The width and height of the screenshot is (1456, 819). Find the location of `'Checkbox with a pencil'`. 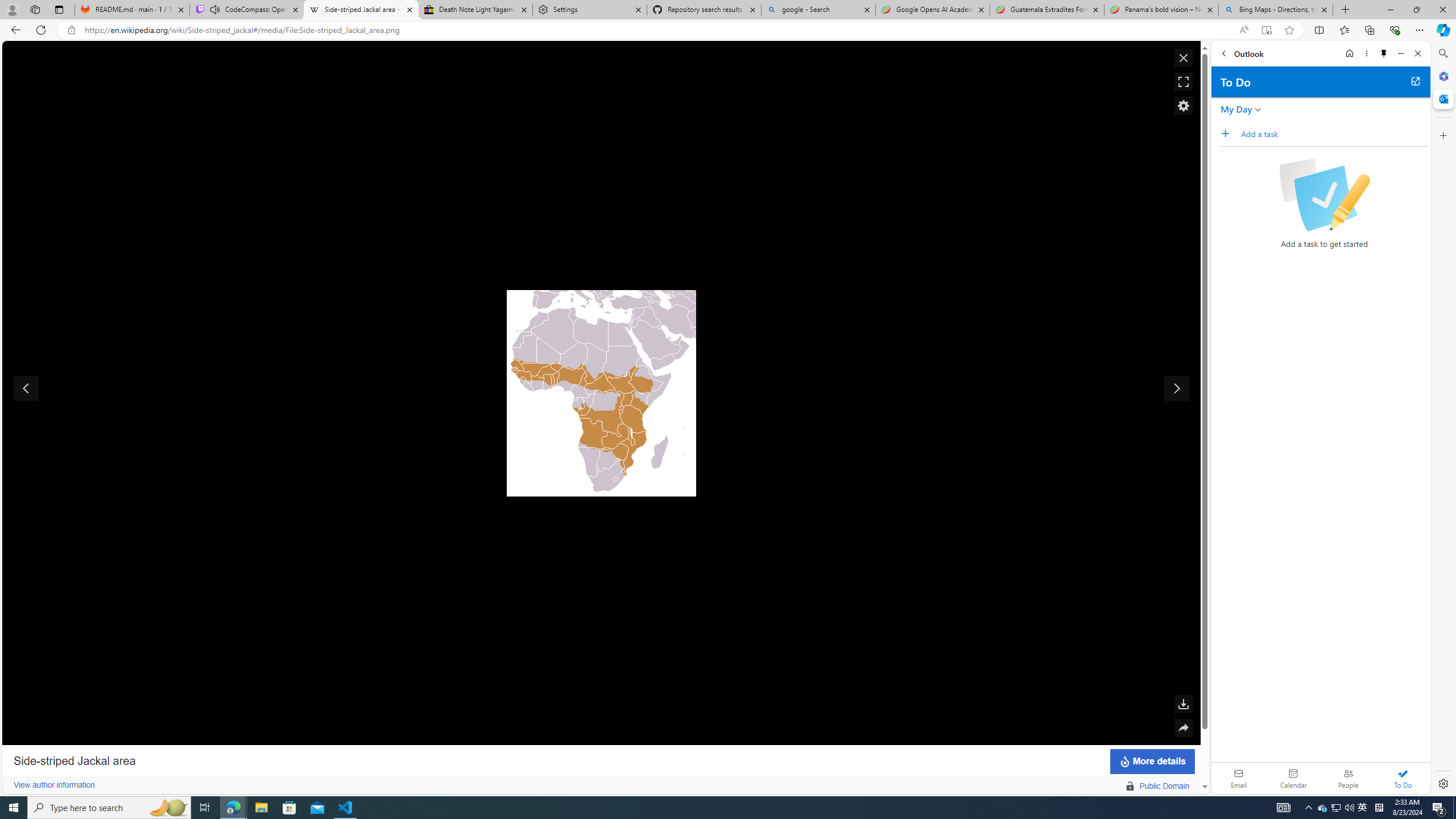

'Checkbox with a pencil' is located at coordinates (1323, 194).